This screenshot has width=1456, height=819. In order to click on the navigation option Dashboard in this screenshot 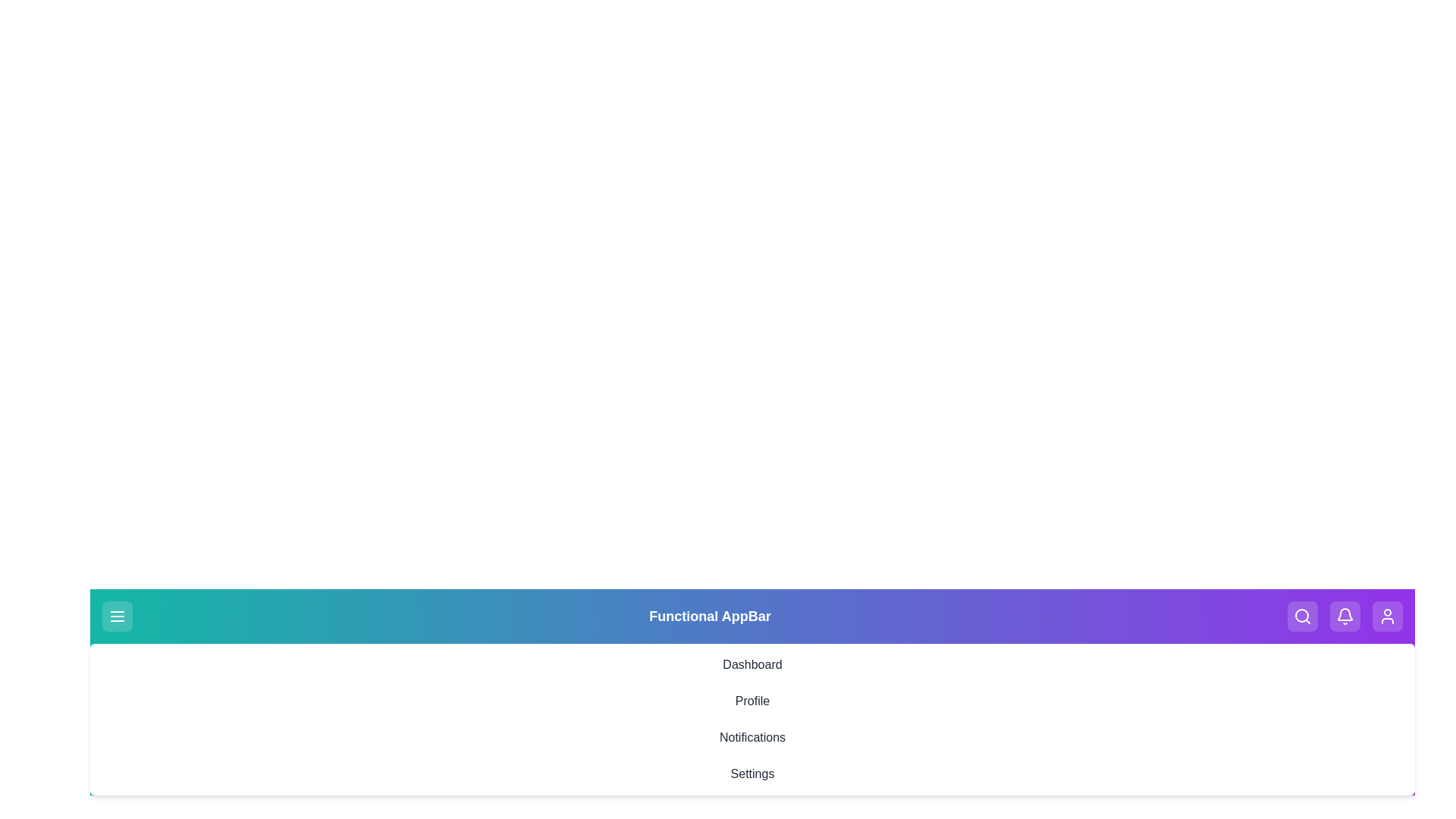, I will do `click(752, 664)`.